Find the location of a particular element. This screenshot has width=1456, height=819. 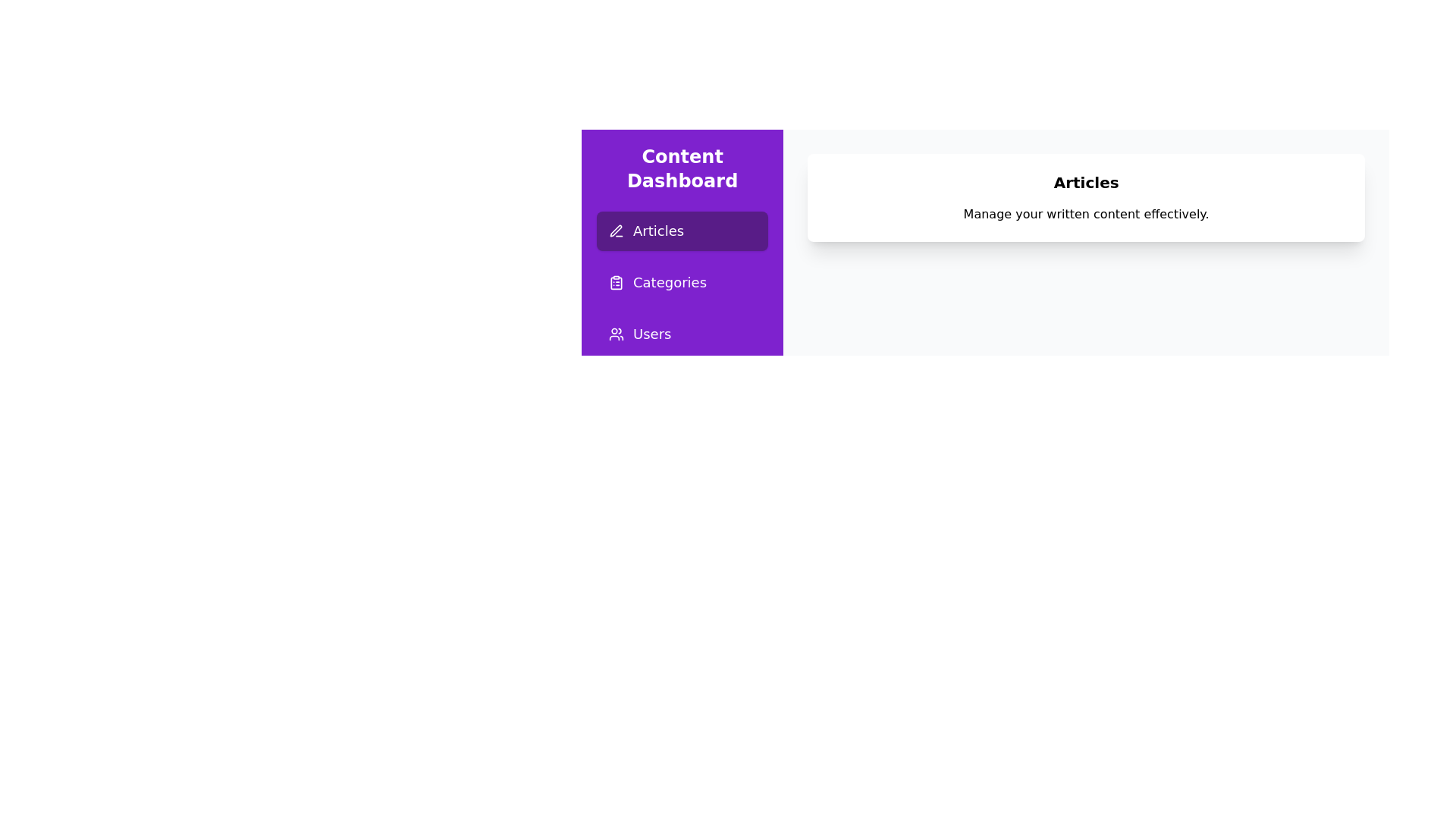

the sidebar button for the page Users is located at coordinates (682, 333).